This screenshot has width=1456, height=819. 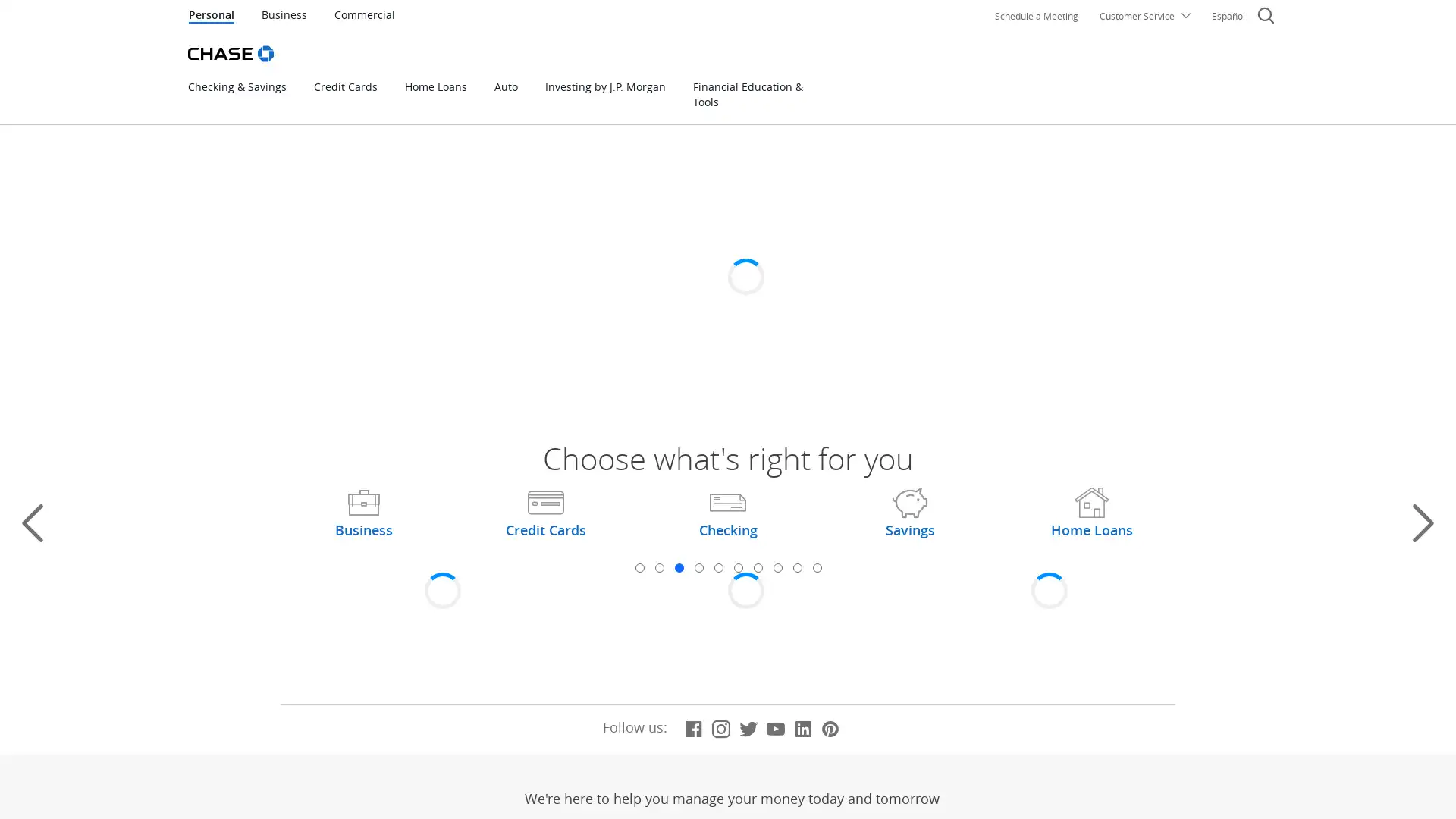 What do you see at coordinates (815, 567) in the screenshot?
I see `Slide 10 of 10` at bounding box center [815, 567].